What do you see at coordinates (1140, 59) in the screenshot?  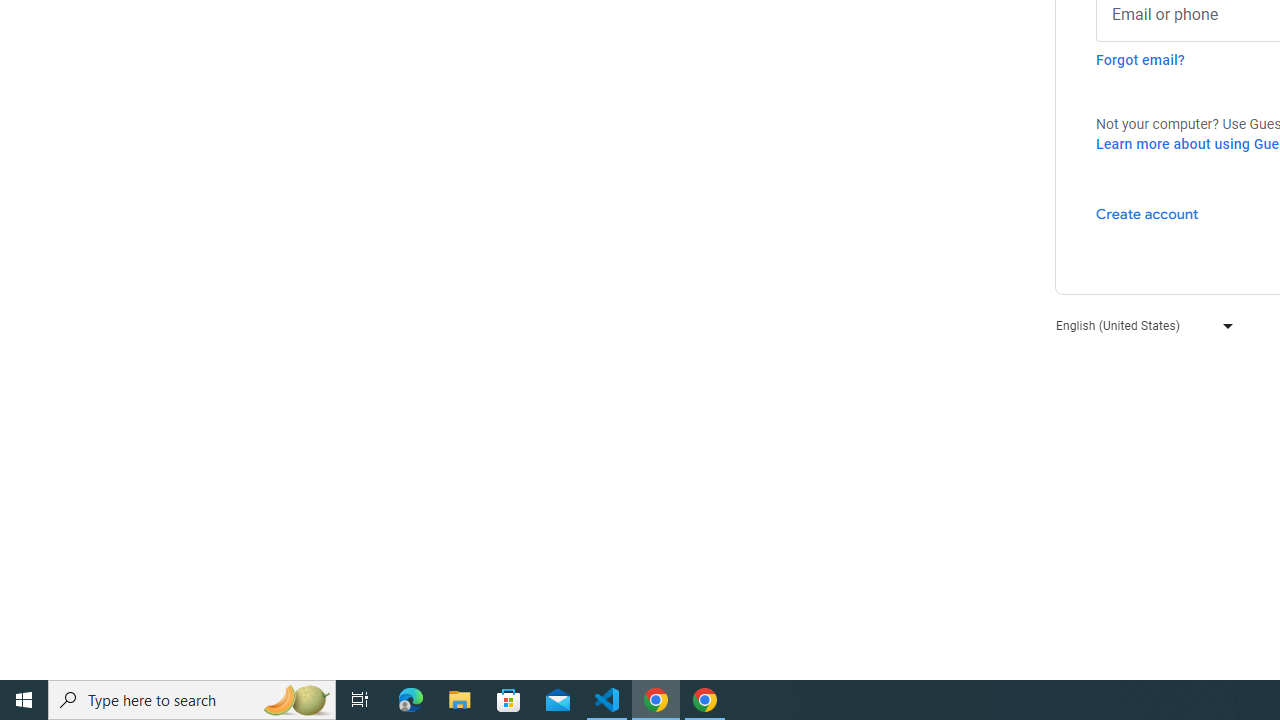 I see `'Forgot email?'` at bounding box center [1140, 59].